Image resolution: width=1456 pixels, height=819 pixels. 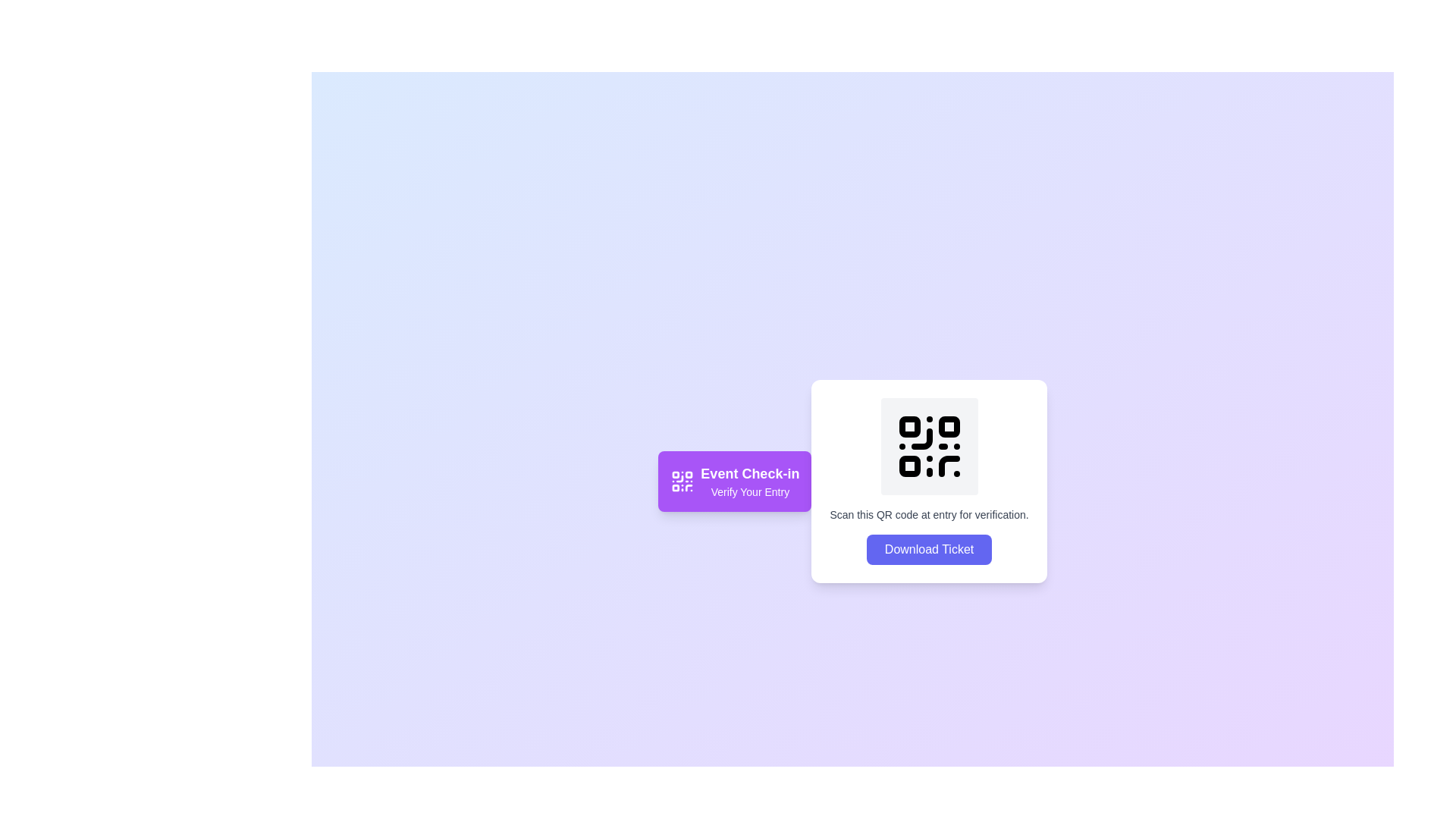 I want to click on the text label that displays the instruction 'Scan this QR code at entry for verification.', which is positioned below the QR code image and above the 'Download Ticket' button, so click(x=928, y=513).